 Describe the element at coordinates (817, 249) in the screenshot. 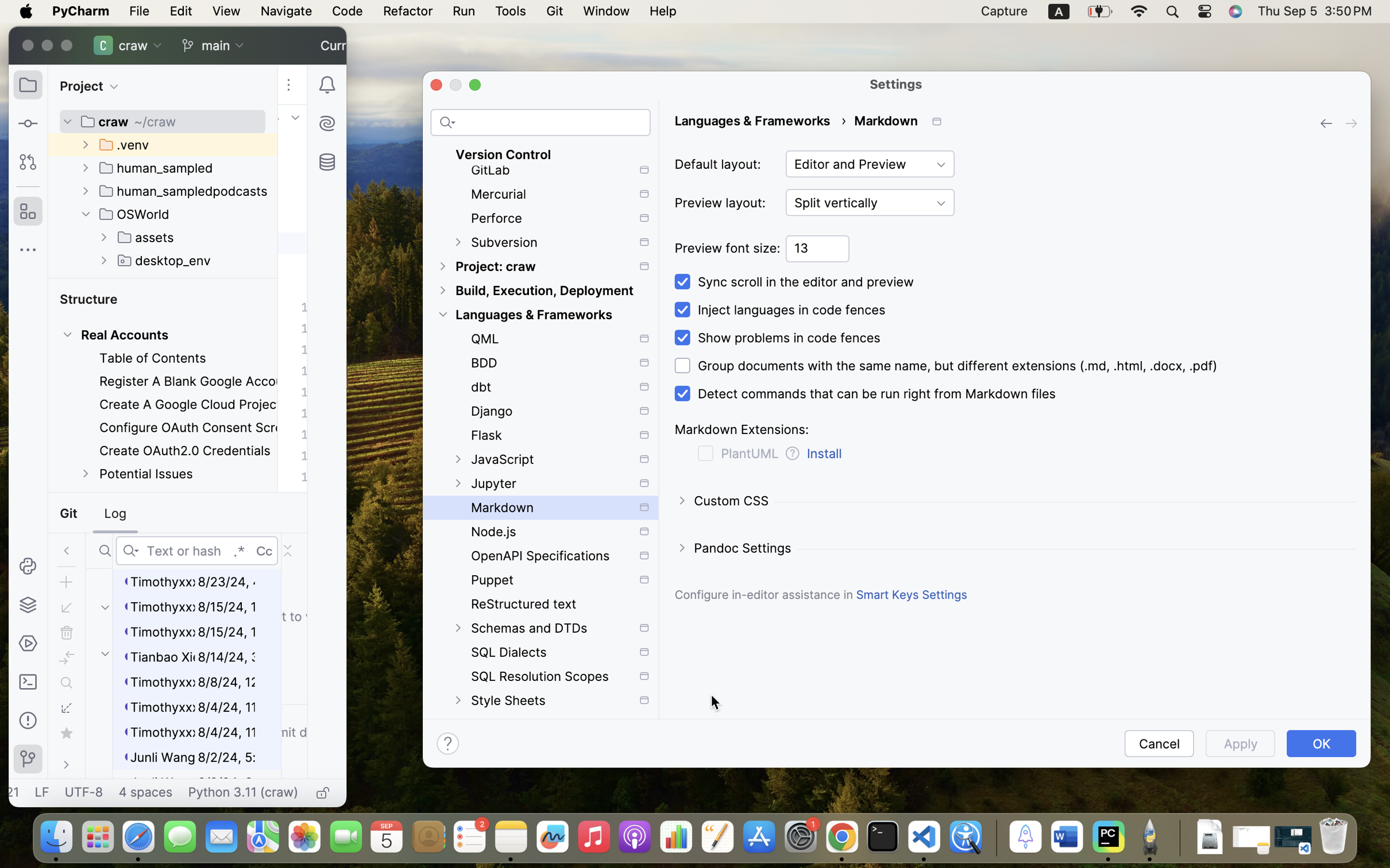

I see `'13'` at that location.